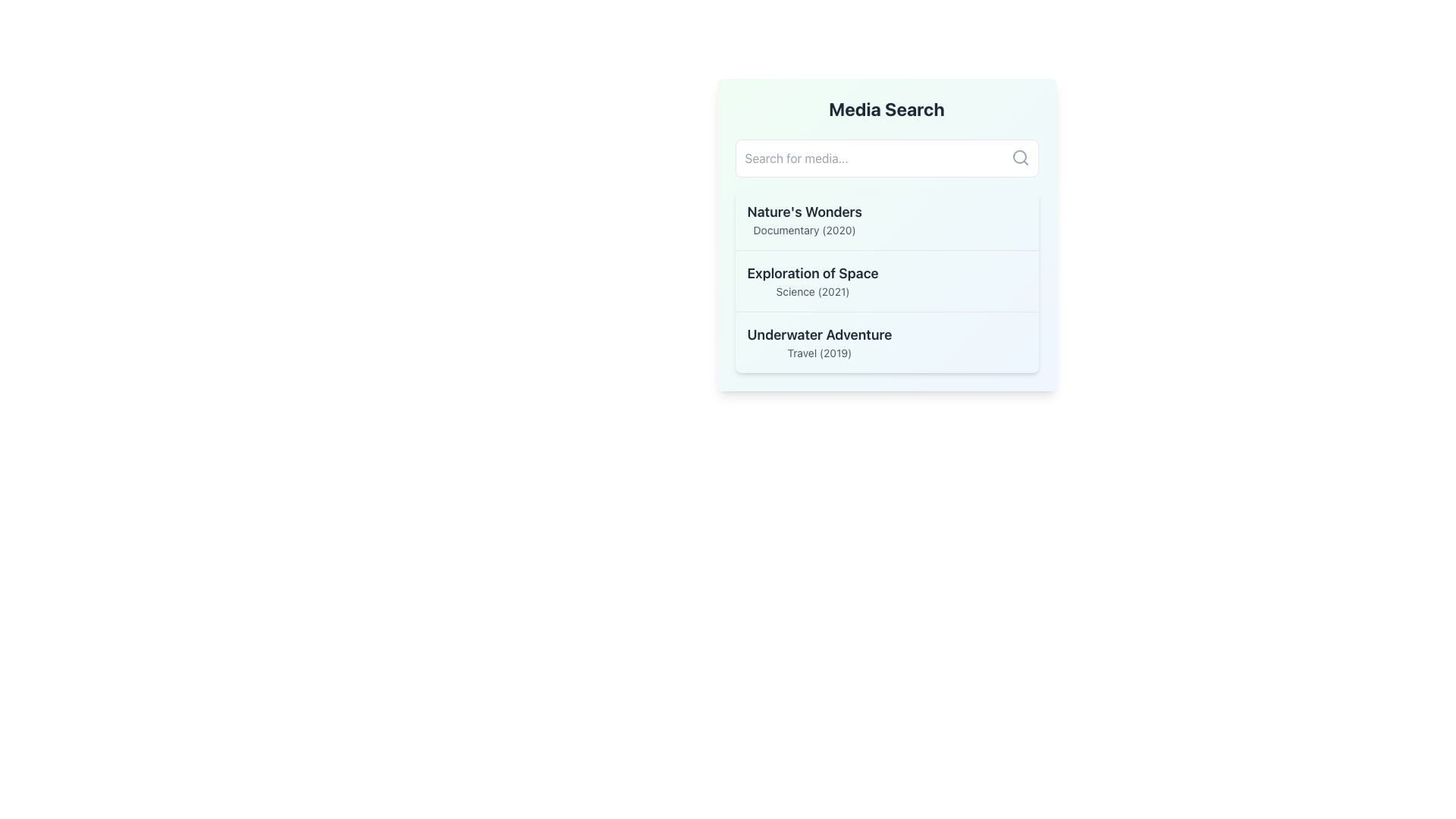 The image size is (1456, 819). I want to click on the Text block displaying the title 'Nature's Wonders' and subtitle 'Documentary (2020)', so click(804, 219).